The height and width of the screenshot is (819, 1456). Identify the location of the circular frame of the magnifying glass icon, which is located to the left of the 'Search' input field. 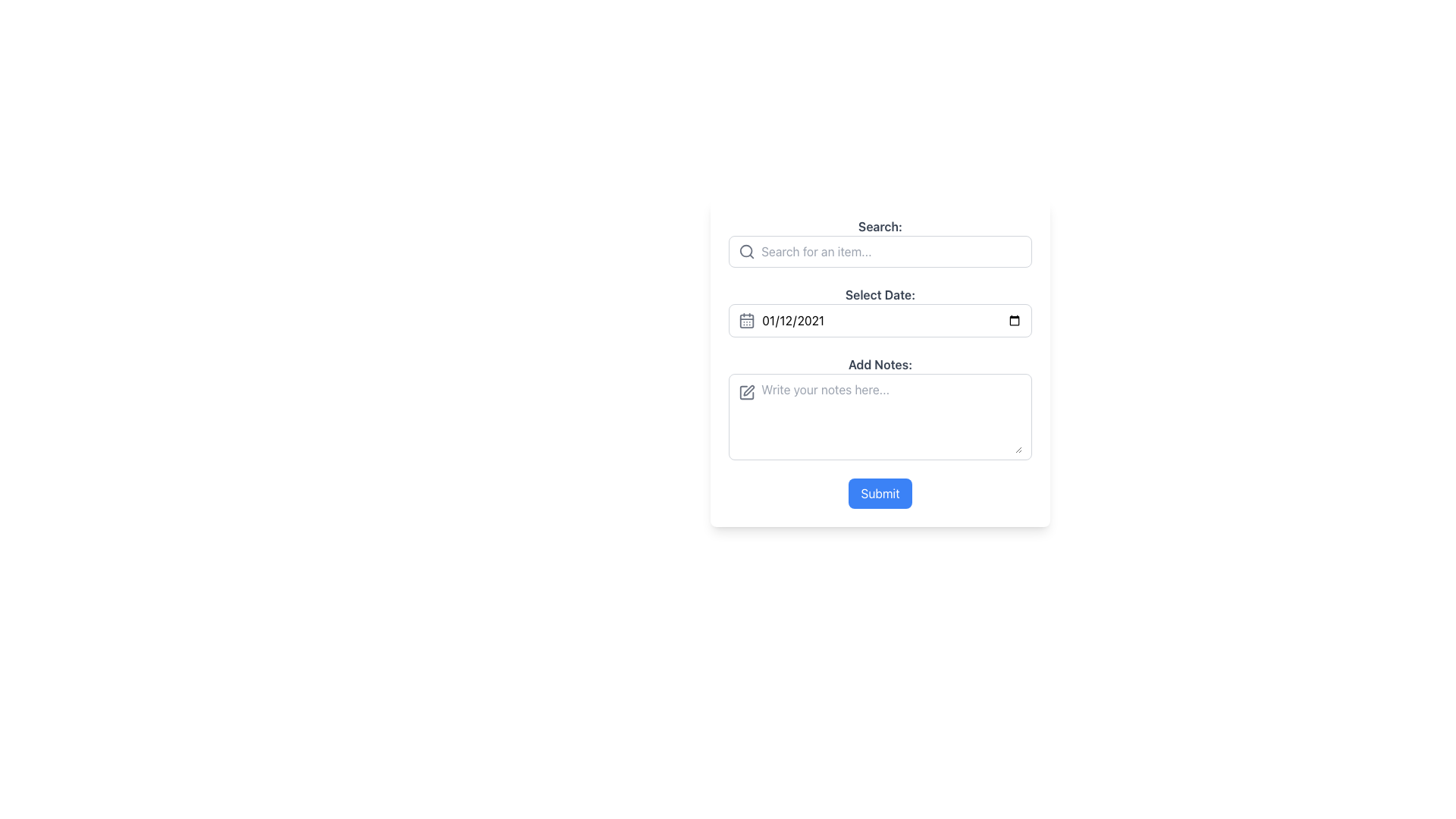
(746, 250).